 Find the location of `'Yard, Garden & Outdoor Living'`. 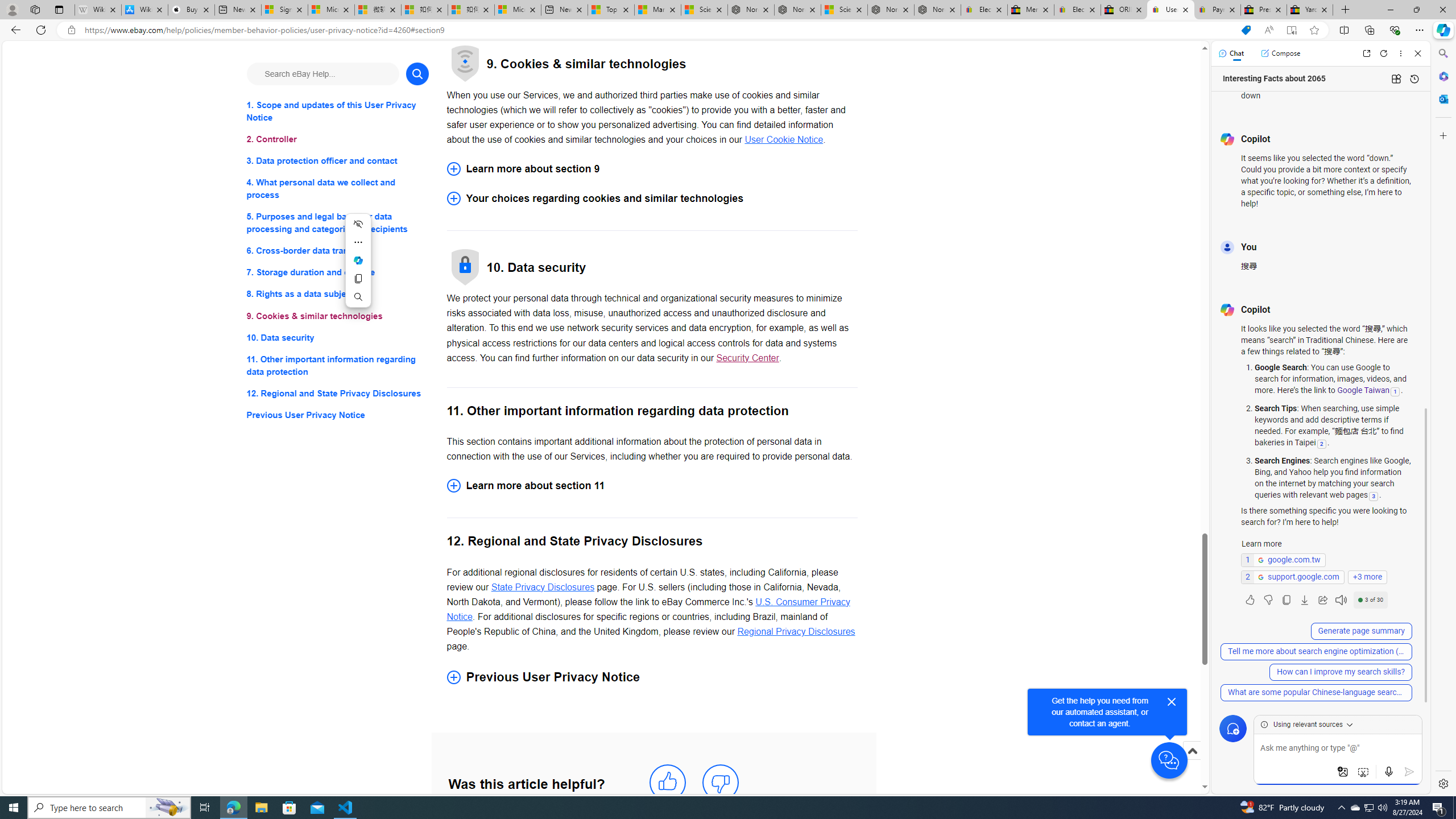

'Yard, Garden & Outdoor Living' is located at coordinates (1309, 9).